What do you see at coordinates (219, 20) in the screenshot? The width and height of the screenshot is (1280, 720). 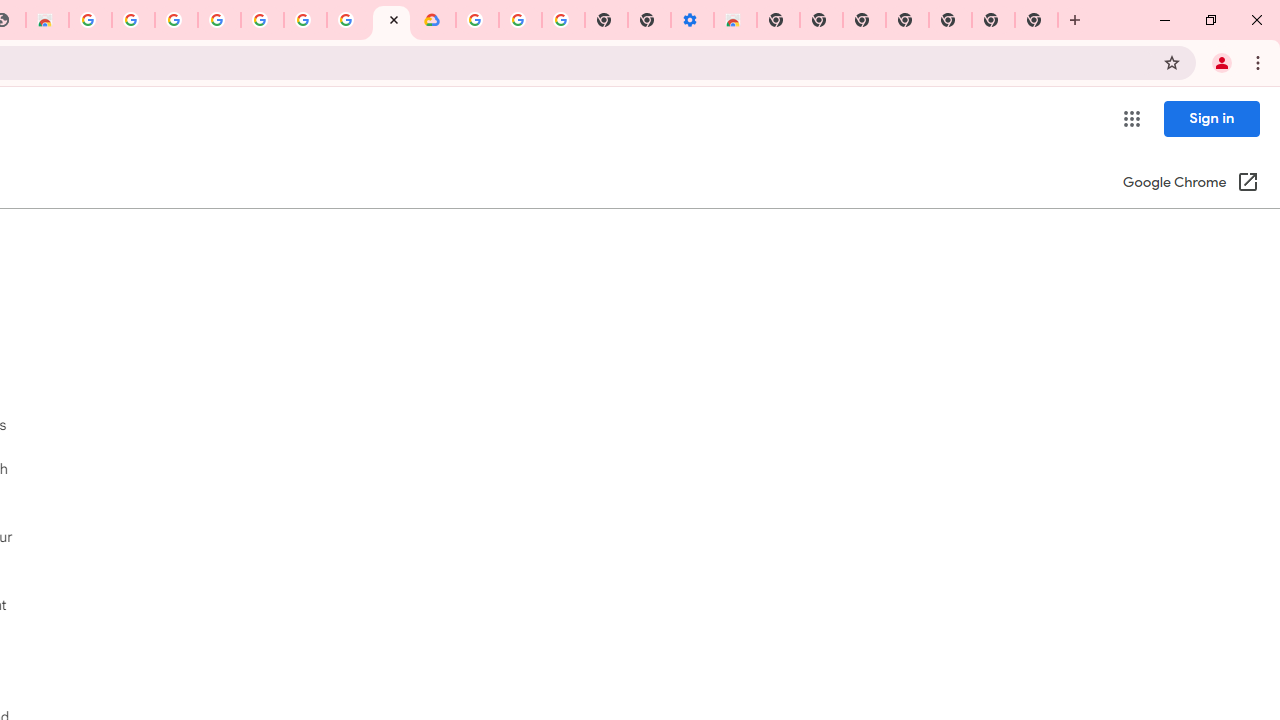 I see `'Sign in - Google Accounts'` at bounding box center [219, 20].